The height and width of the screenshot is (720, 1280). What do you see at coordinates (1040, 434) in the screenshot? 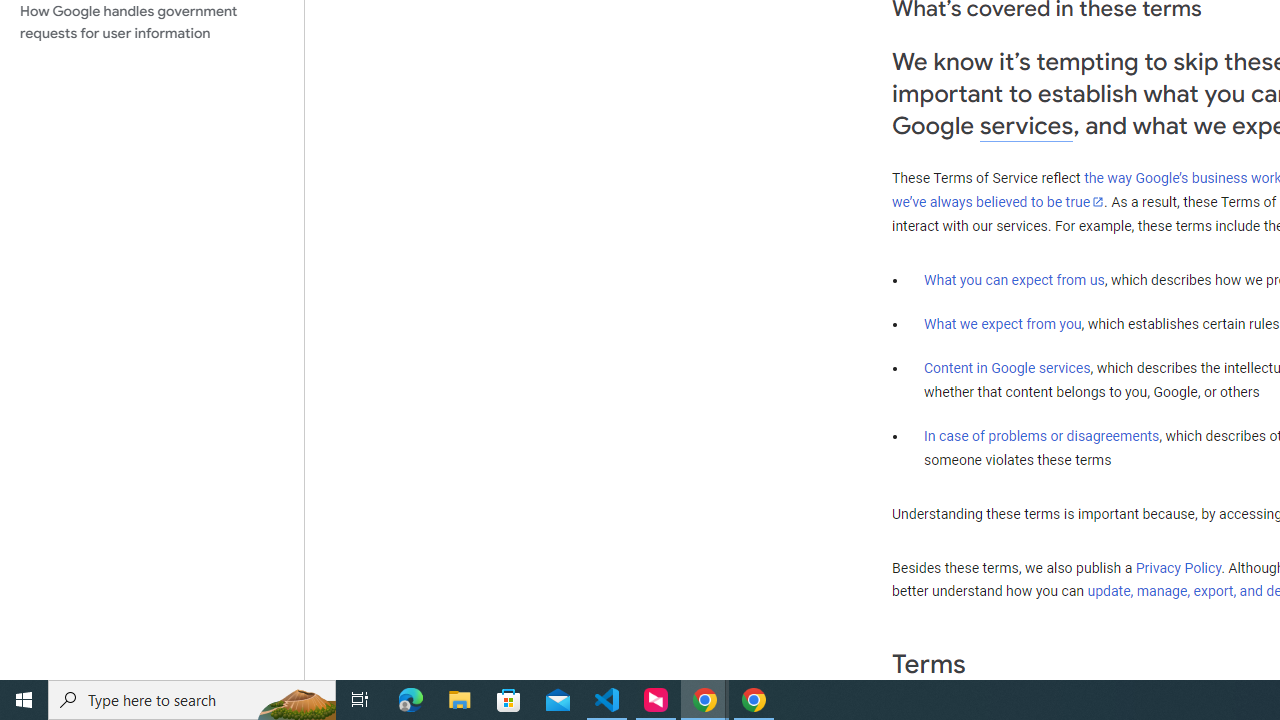
I see `'In case of problems or disagreements'` at bounding box center [1040, 434].